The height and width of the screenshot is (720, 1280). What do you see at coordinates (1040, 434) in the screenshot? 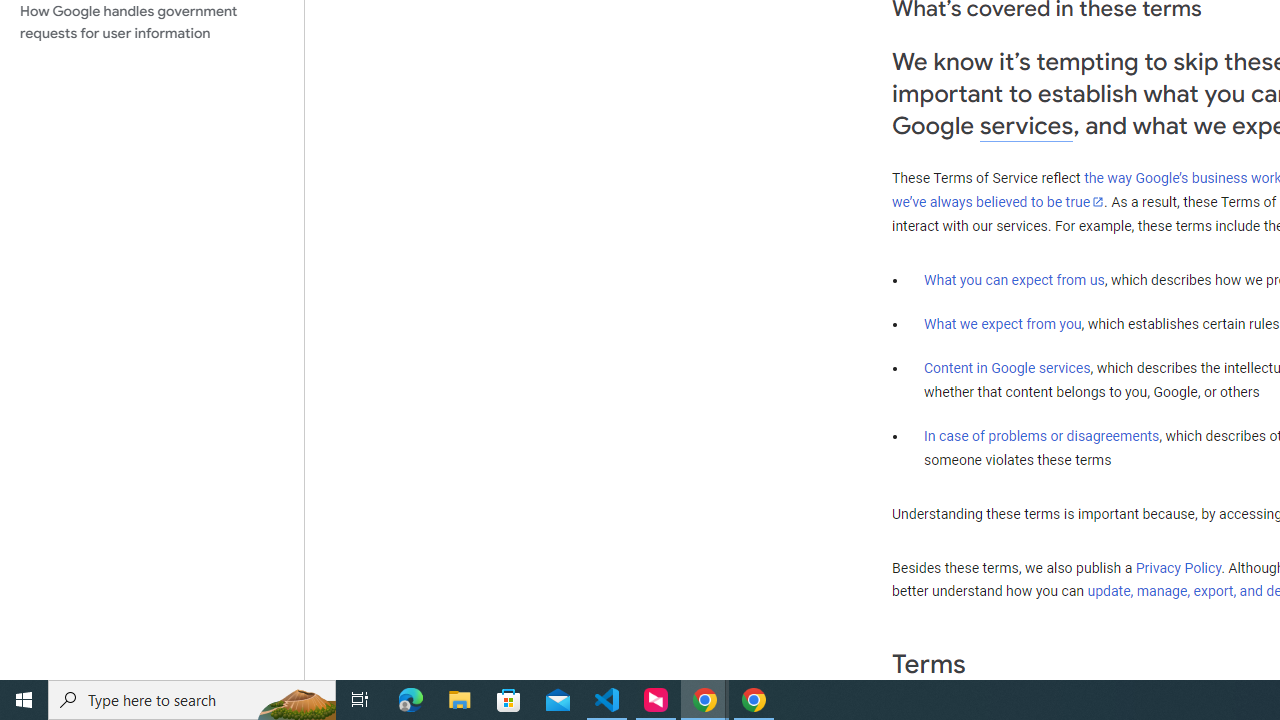
I see `'In case of problems or disagreements'` at bounding box center [1040, 434].